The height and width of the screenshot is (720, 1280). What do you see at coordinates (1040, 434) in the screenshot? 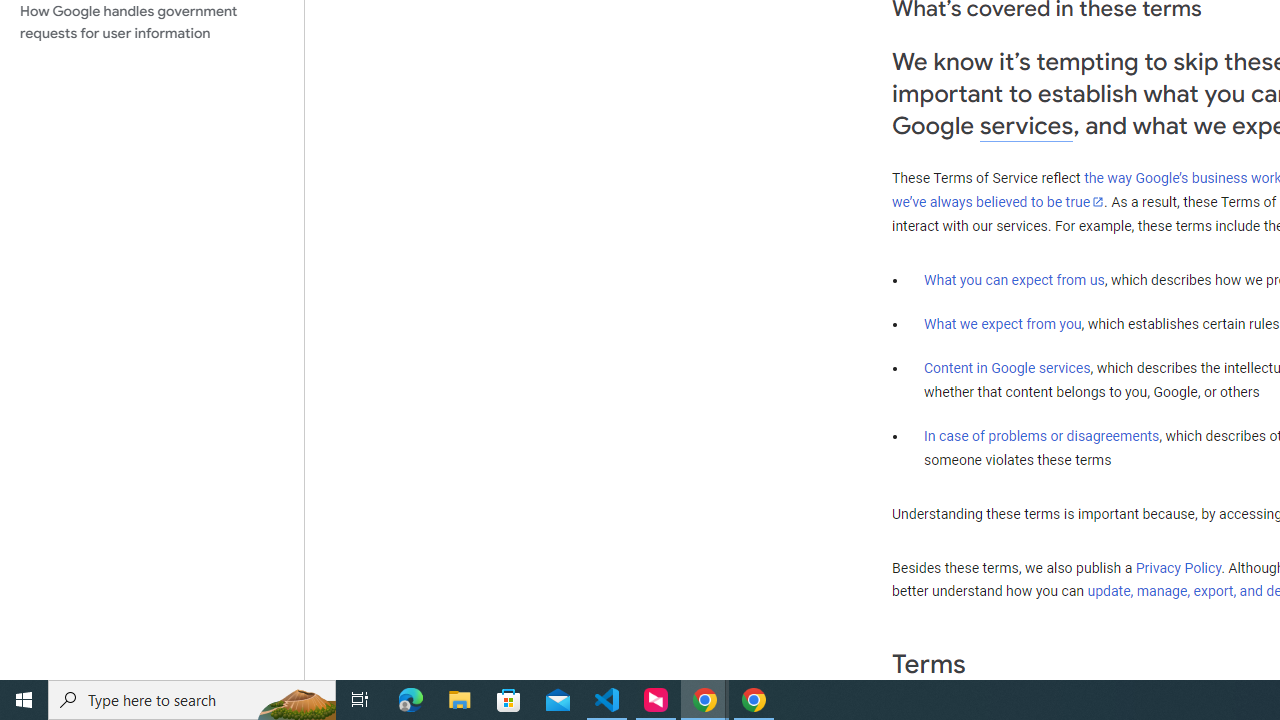
I see `'In case of problems or disagreements'` at bounding box center [1040, 434].